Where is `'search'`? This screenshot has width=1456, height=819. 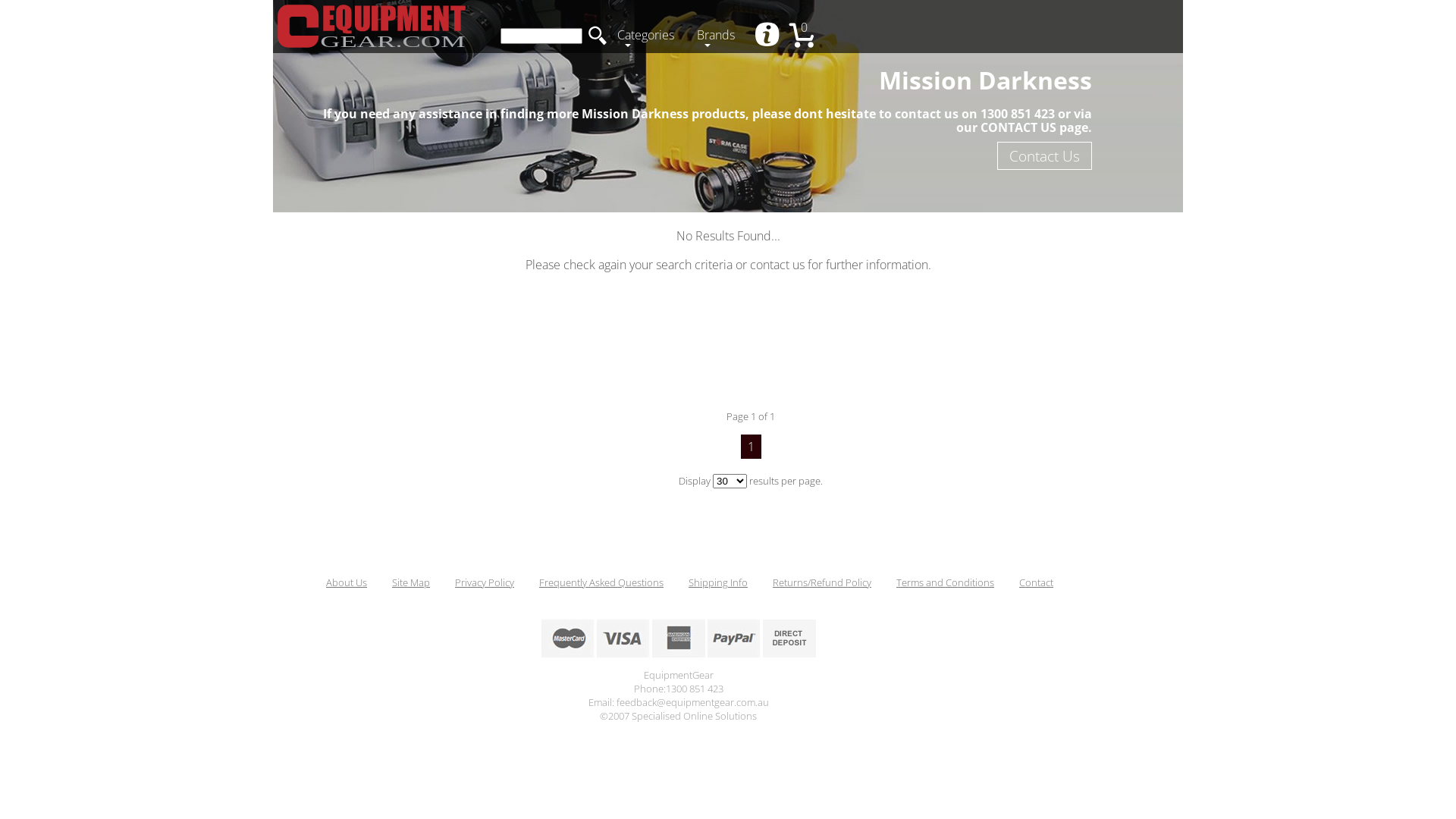 'search' is located at coordinates (596, 34).